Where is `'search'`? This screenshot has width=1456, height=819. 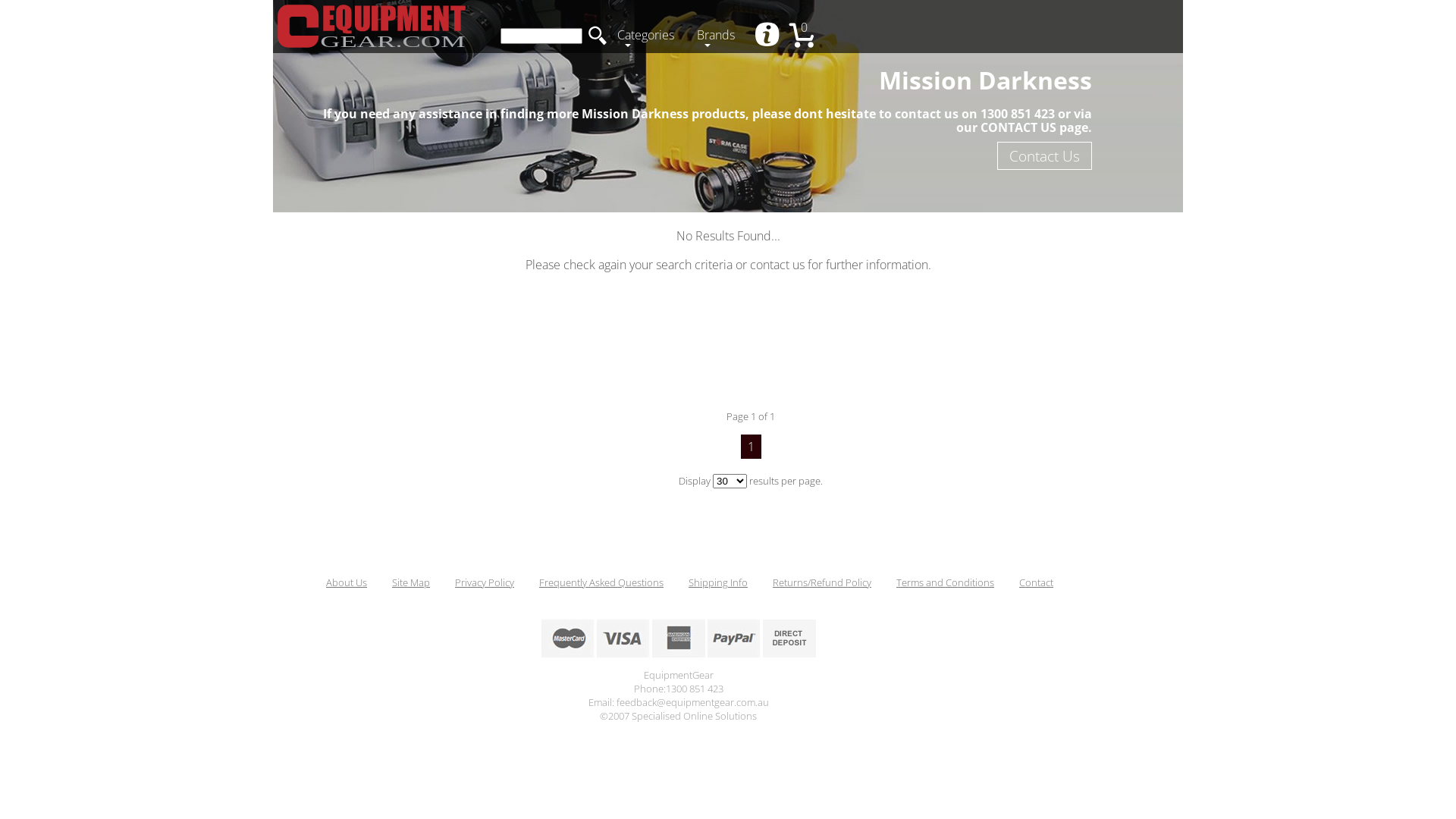 'search' is located at coordinates (596, 34).